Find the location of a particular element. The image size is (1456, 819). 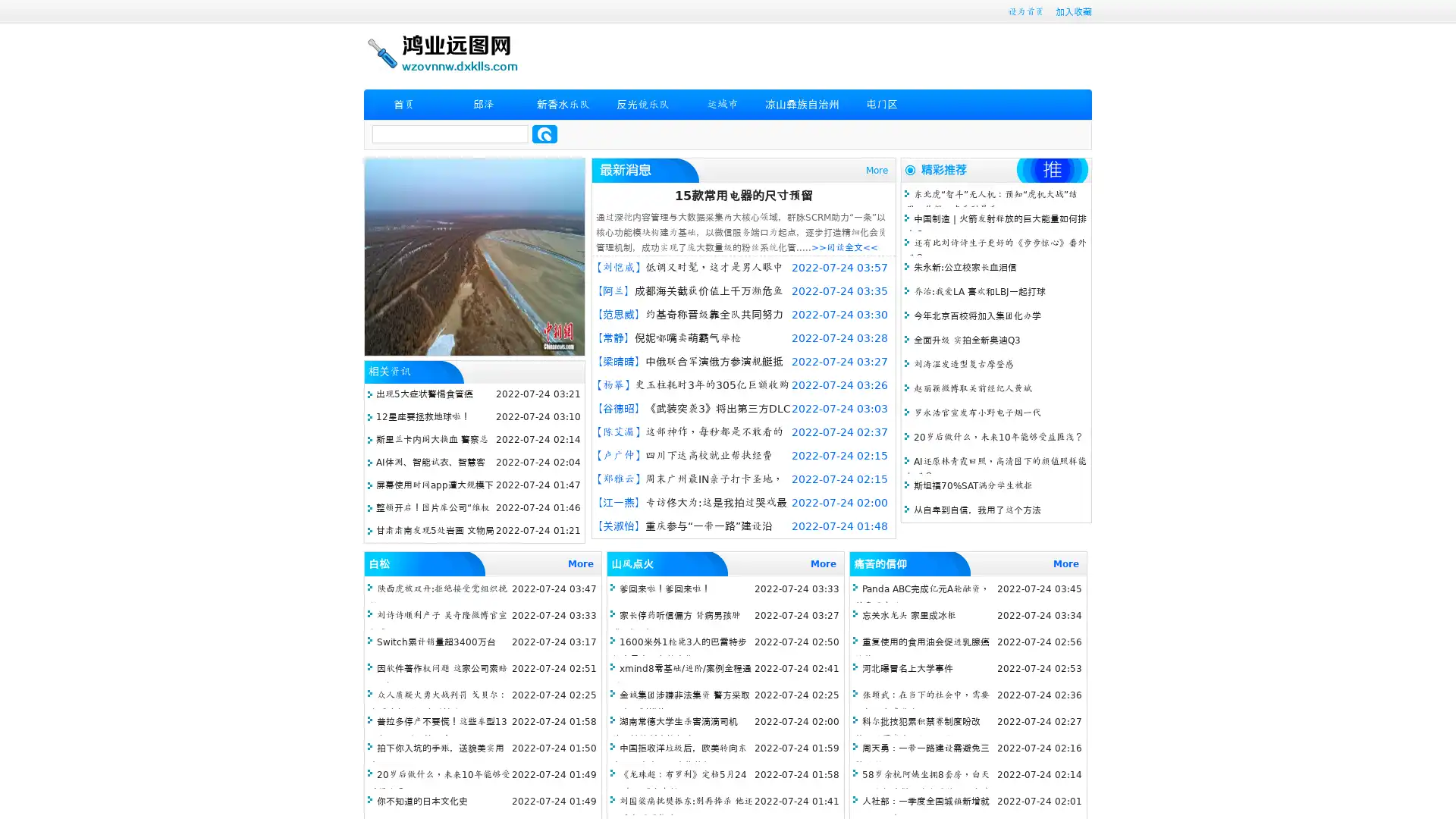

Search is located at coordinates (544, 133).